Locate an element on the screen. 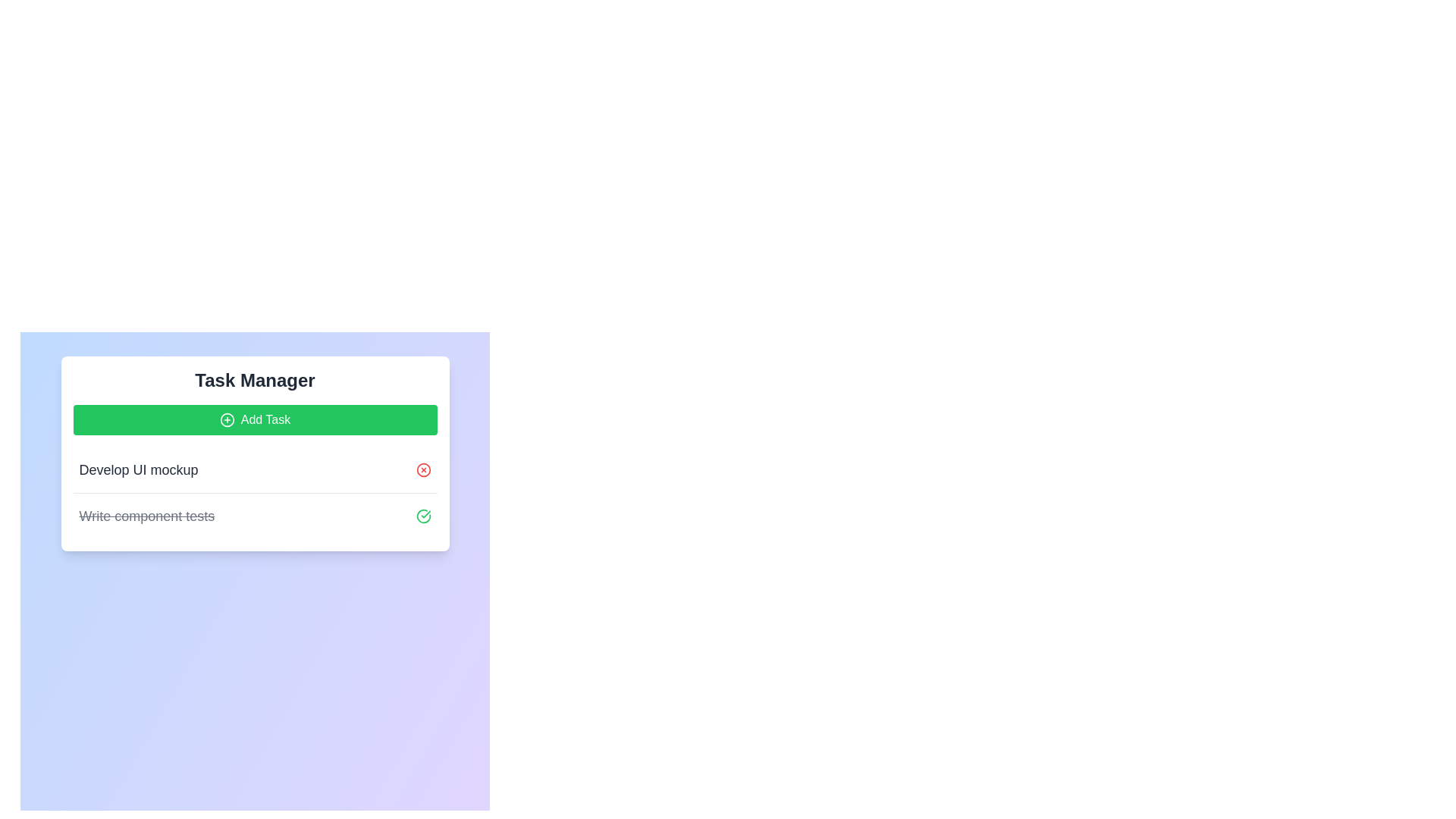 The height and width of the screenshot is (819, 1456). the task title or description element located in the second section of the interface, below the 'Task Manager' title and adjacent to the red delete icon is located at coordinates (138, 469).